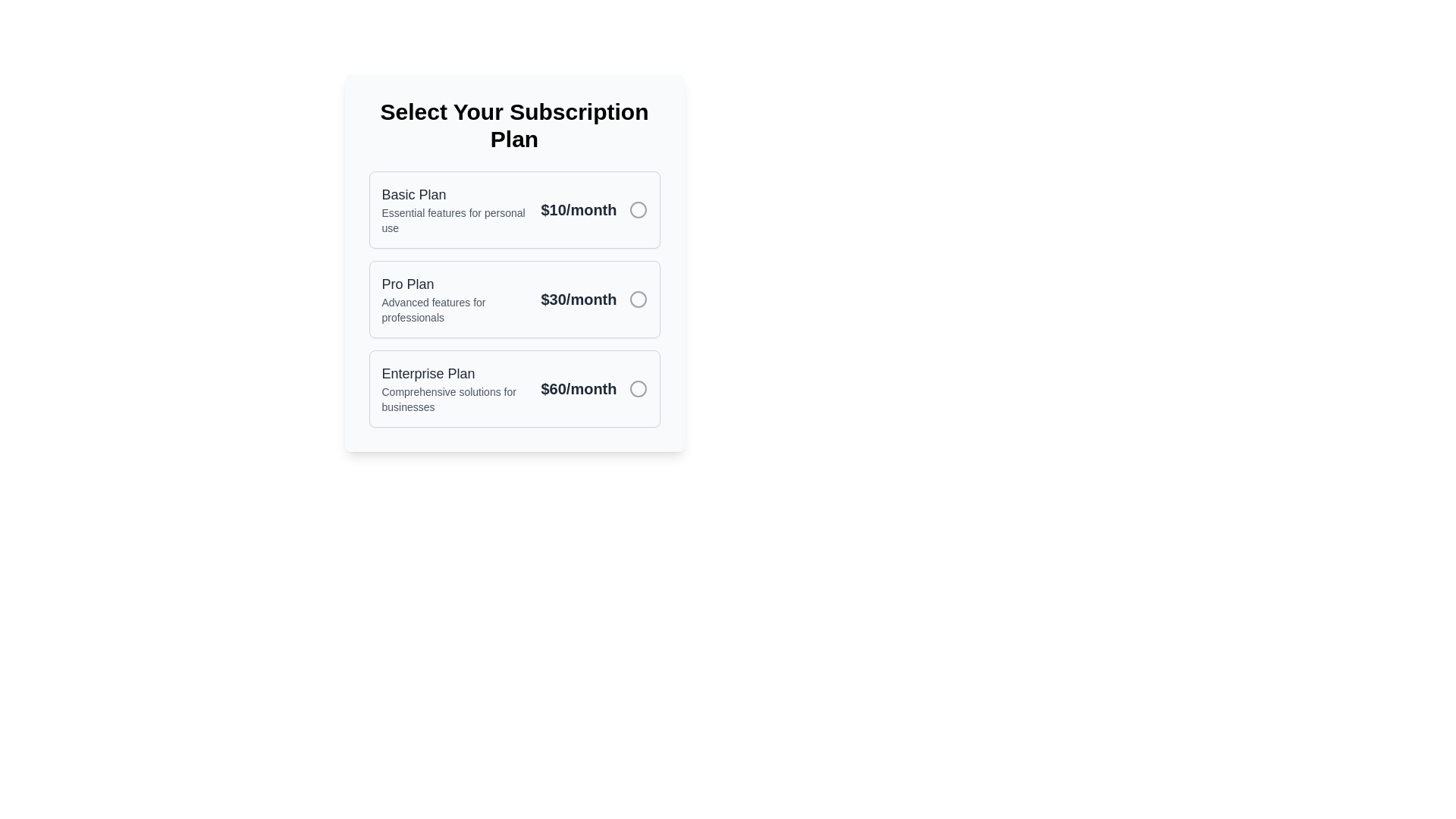 The image size is (1456, 819). What do you see at coordinates (638, 210) in the screenshot?
I see `the radio button` at bounding box center [638, 210].